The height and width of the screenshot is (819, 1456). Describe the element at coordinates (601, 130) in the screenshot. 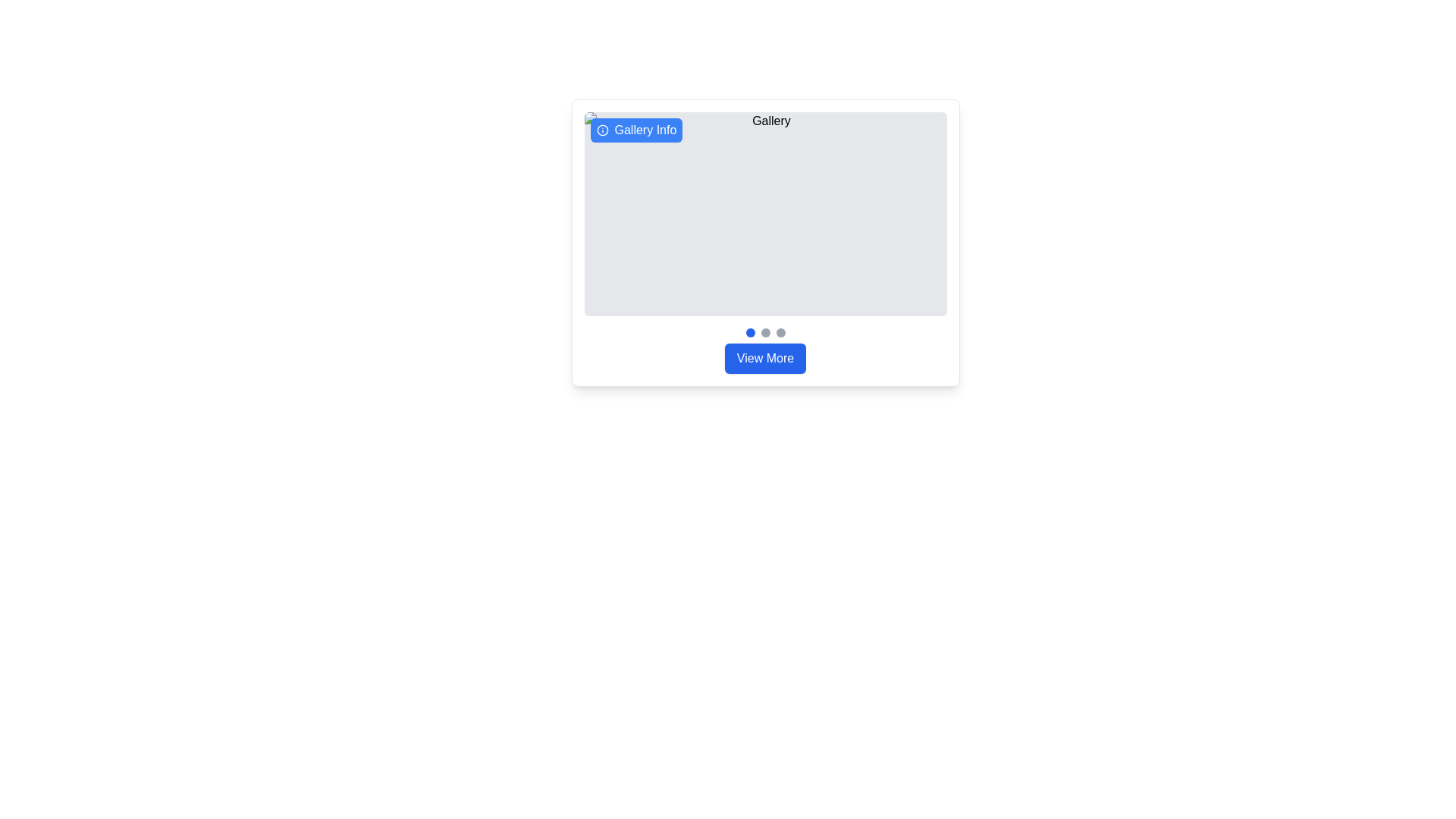

I see `the SVG icon element resembling an information symbol within the 'Gallery Info' button located in the top-left corner of the interface` at that location.